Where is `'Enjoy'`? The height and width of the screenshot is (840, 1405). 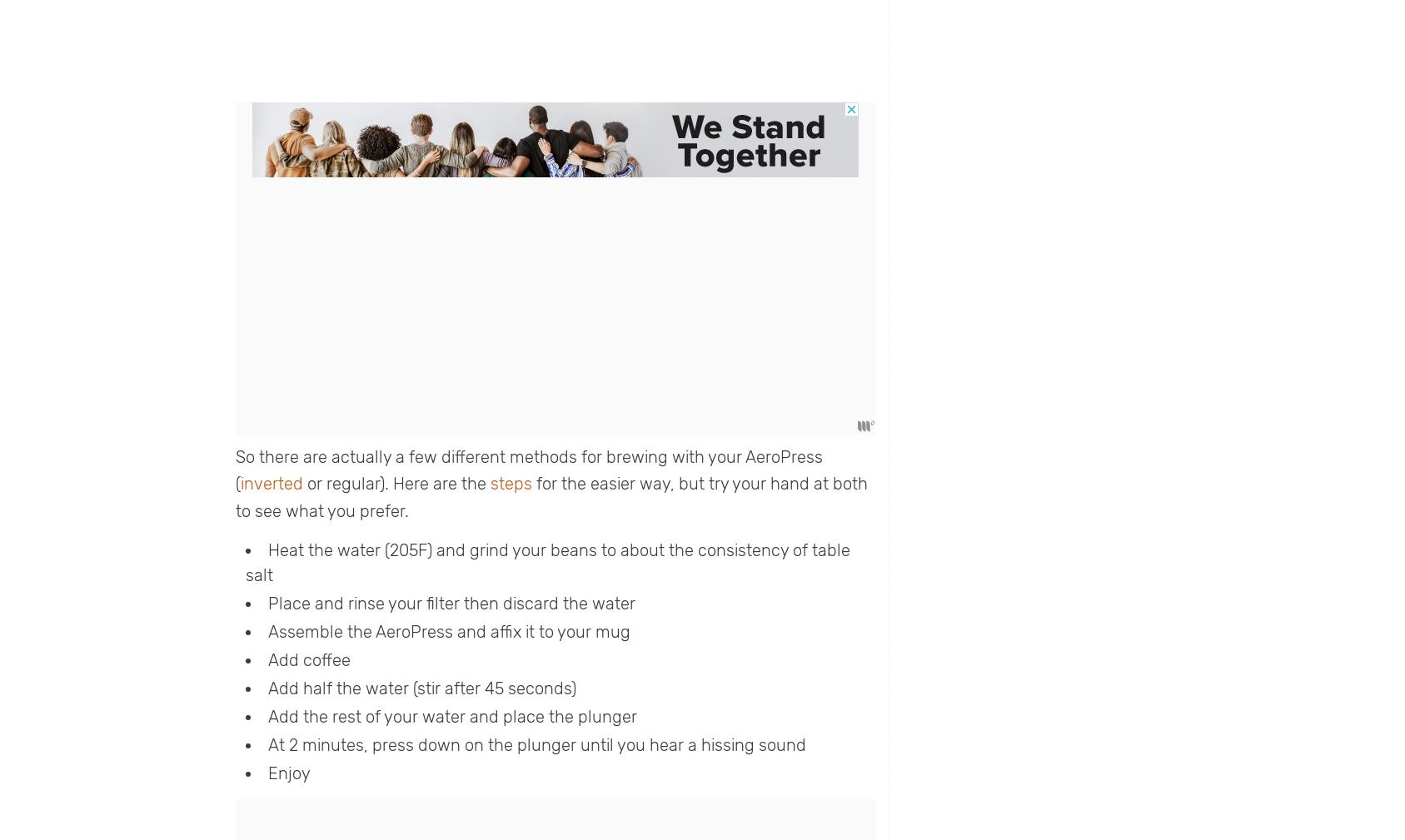 'Enjoy' is located at coordinates (288, 773).